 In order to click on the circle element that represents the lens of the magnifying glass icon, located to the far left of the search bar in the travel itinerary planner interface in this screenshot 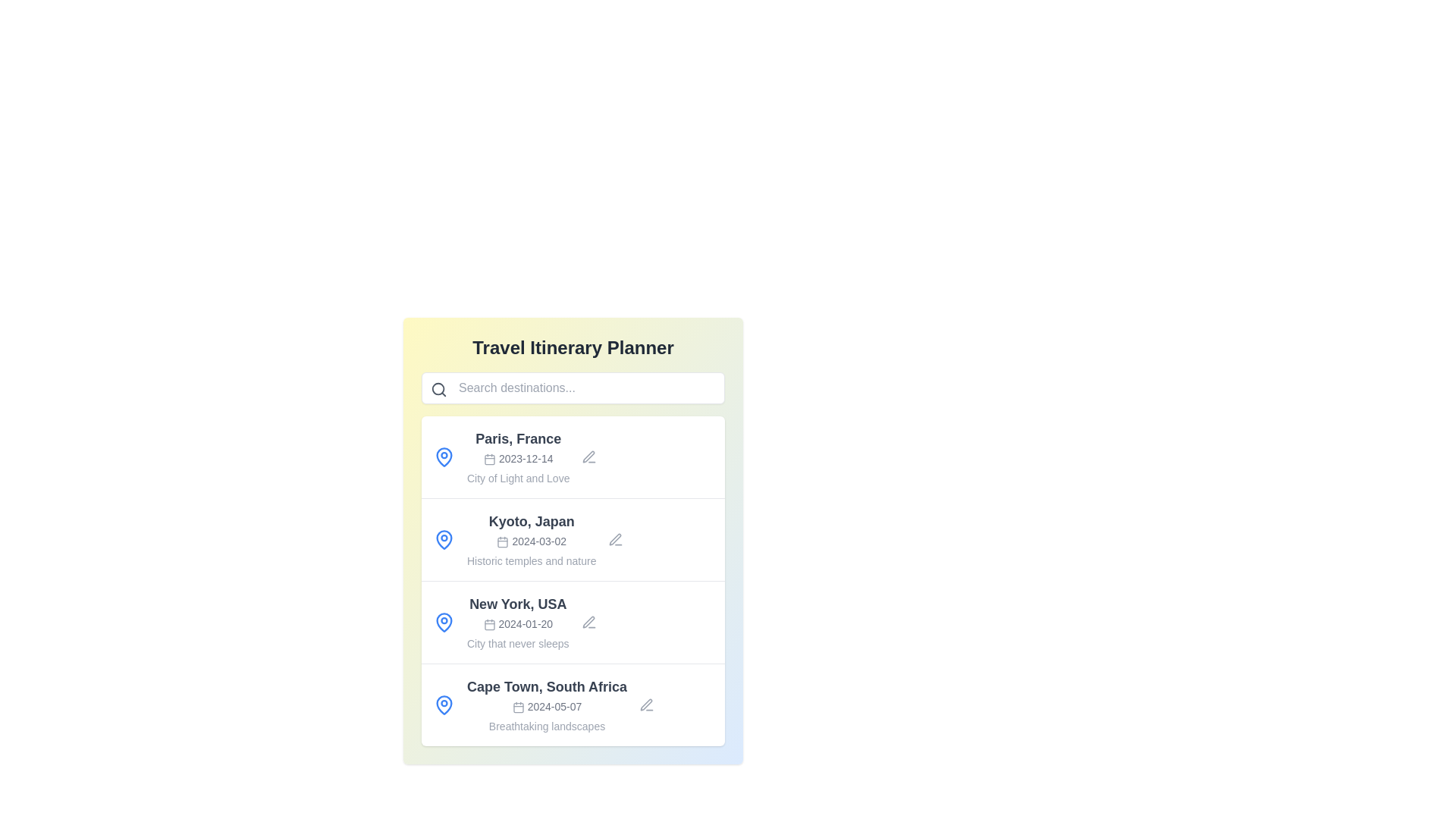, I will do `click(438, 388)`.